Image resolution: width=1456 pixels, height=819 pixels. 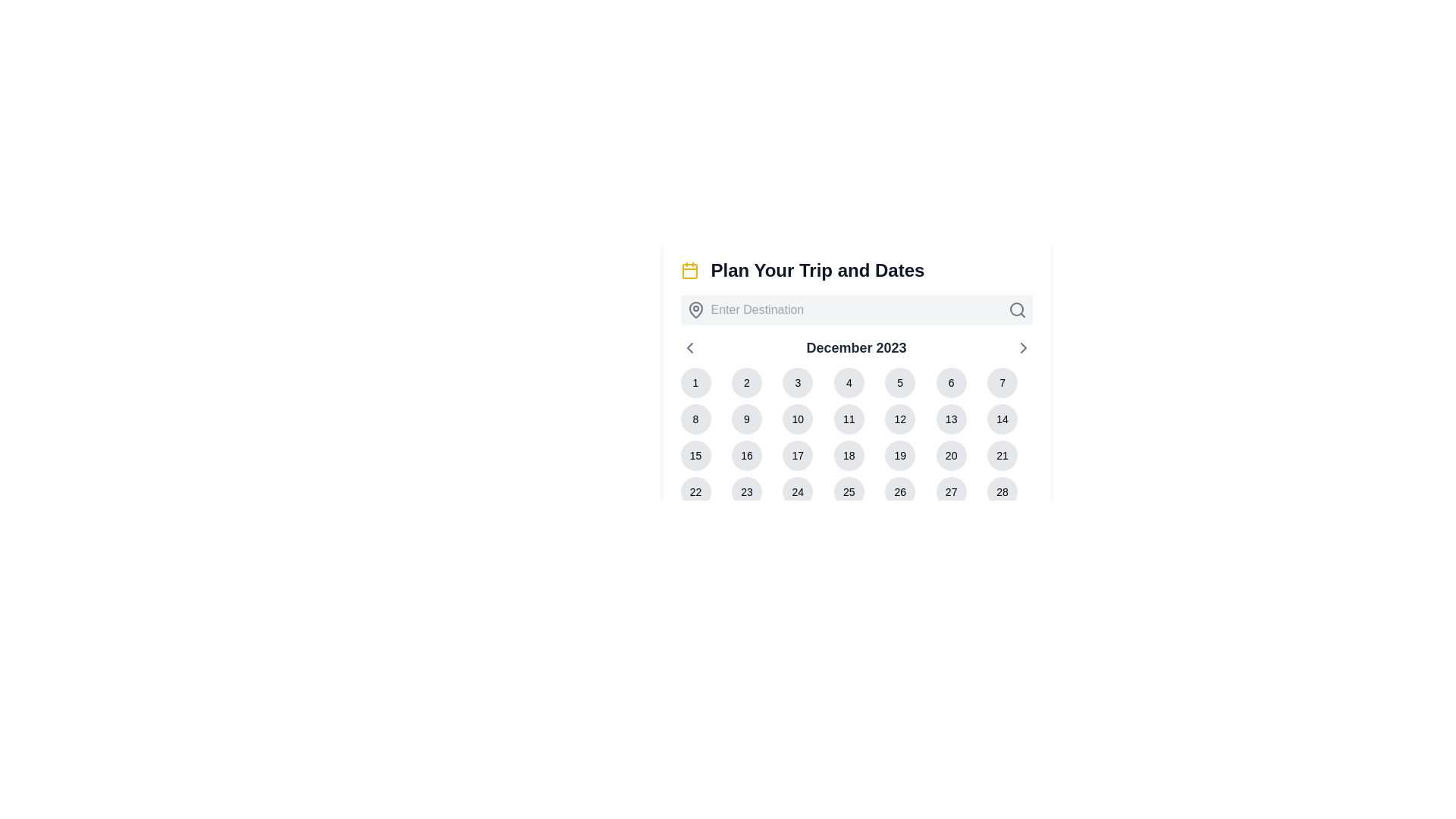 I want to click on the 'Previous' button located immediately to the left of the 'December 2023' header, so click(x=689, y=348).